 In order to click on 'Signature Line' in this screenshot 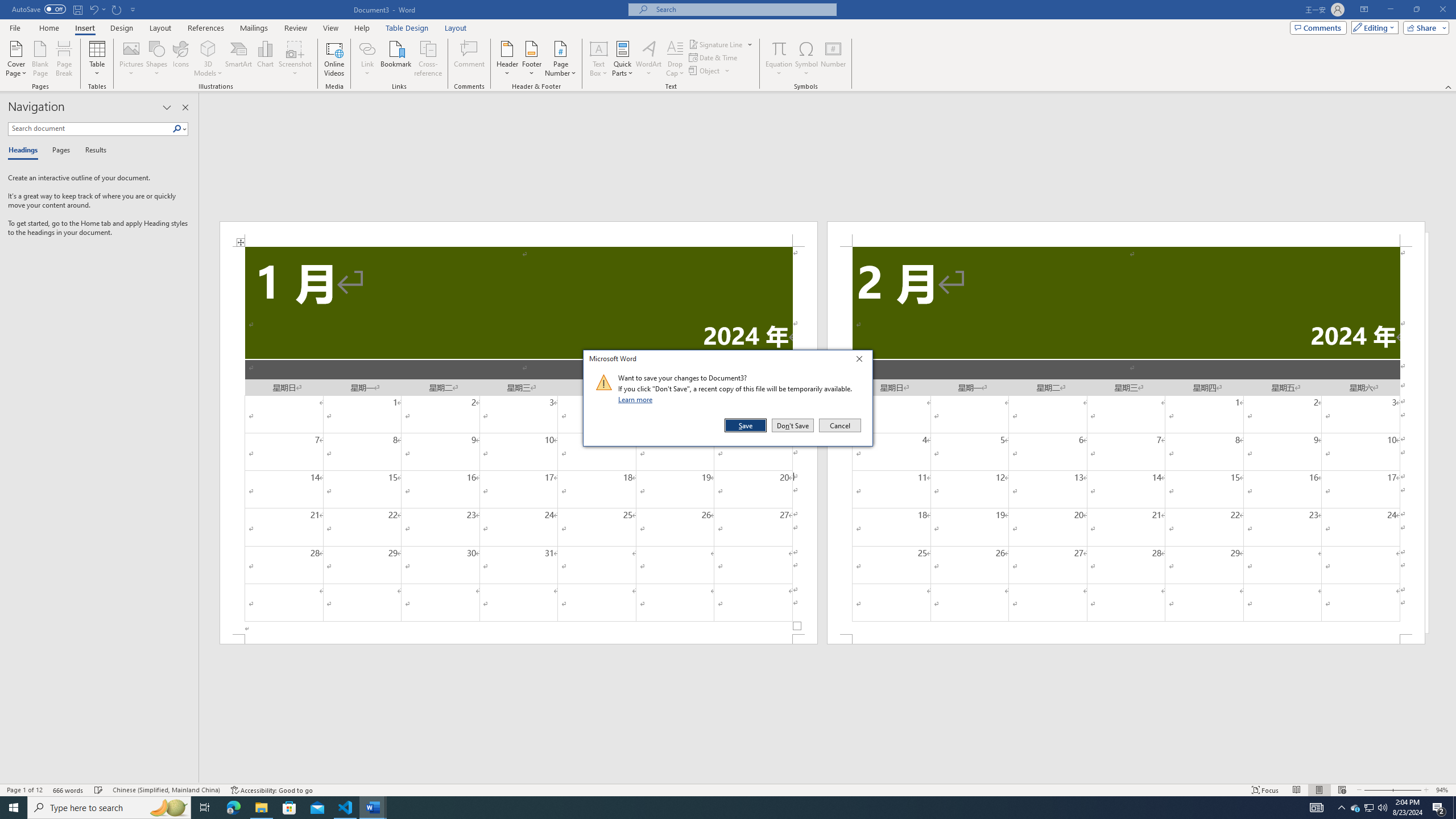, I will do `click(716, 44)`.